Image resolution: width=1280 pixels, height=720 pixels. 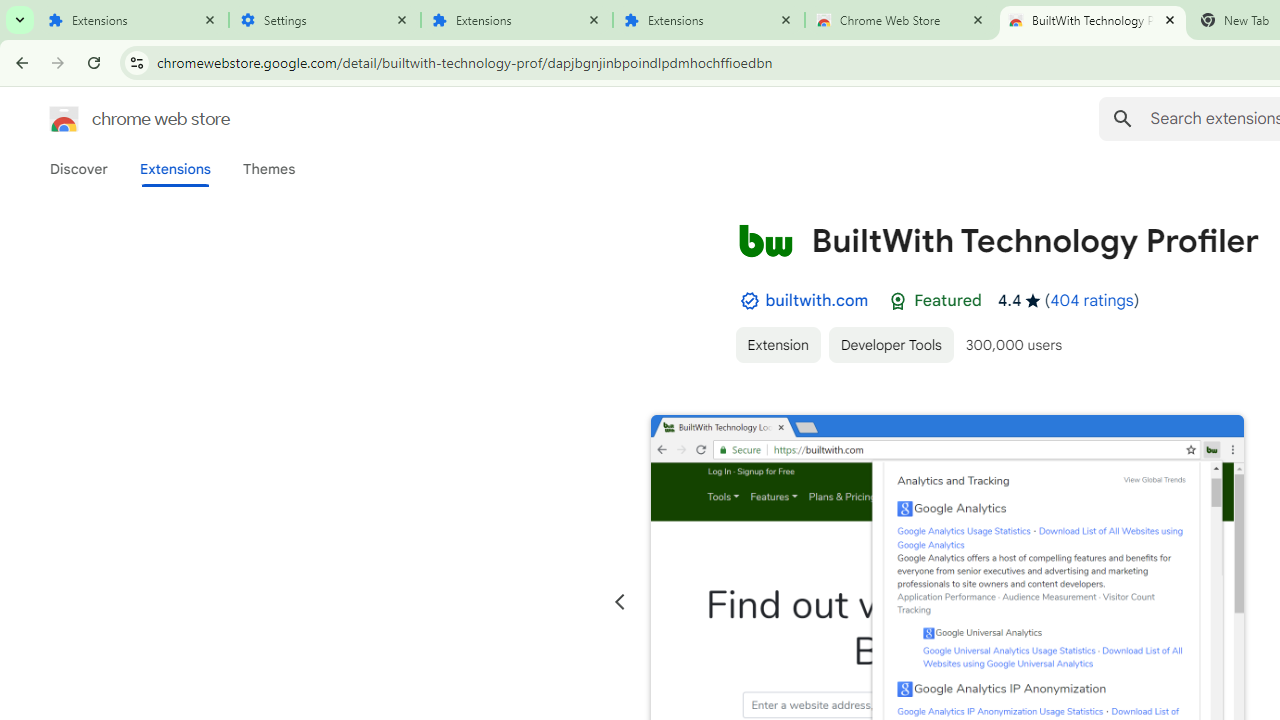 What do you see at coordinates (748, 301) in the screenshot?
I see `'By Established Publisher Badge'` at bounding box center [748, 301].